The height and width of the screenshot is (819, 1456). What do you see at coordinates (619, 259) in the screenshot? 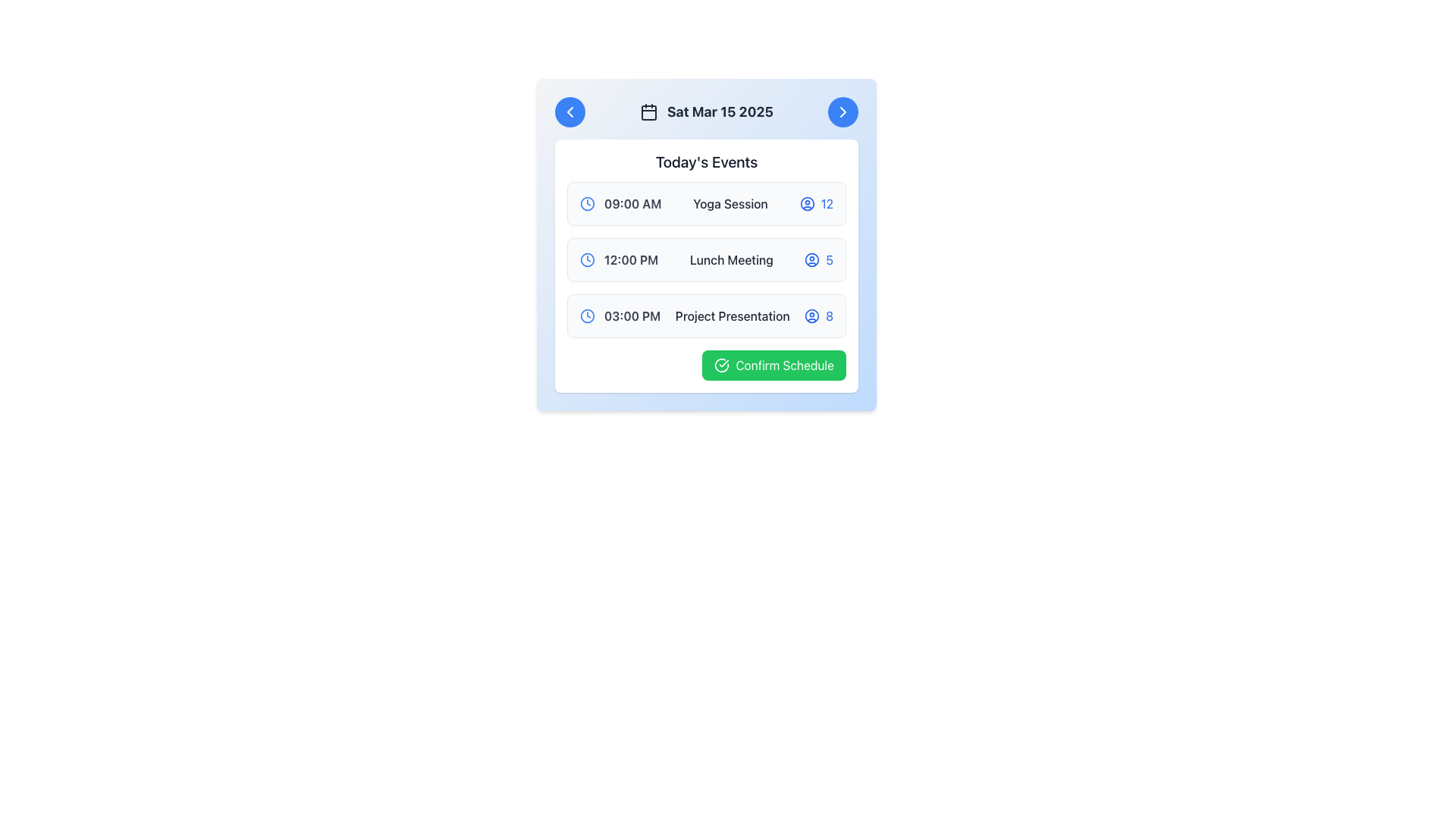
I see `time displayed in the Time display with icon for the 'Lunch Meeting' event, located in the center of the list` at bounding box center [619, 259].